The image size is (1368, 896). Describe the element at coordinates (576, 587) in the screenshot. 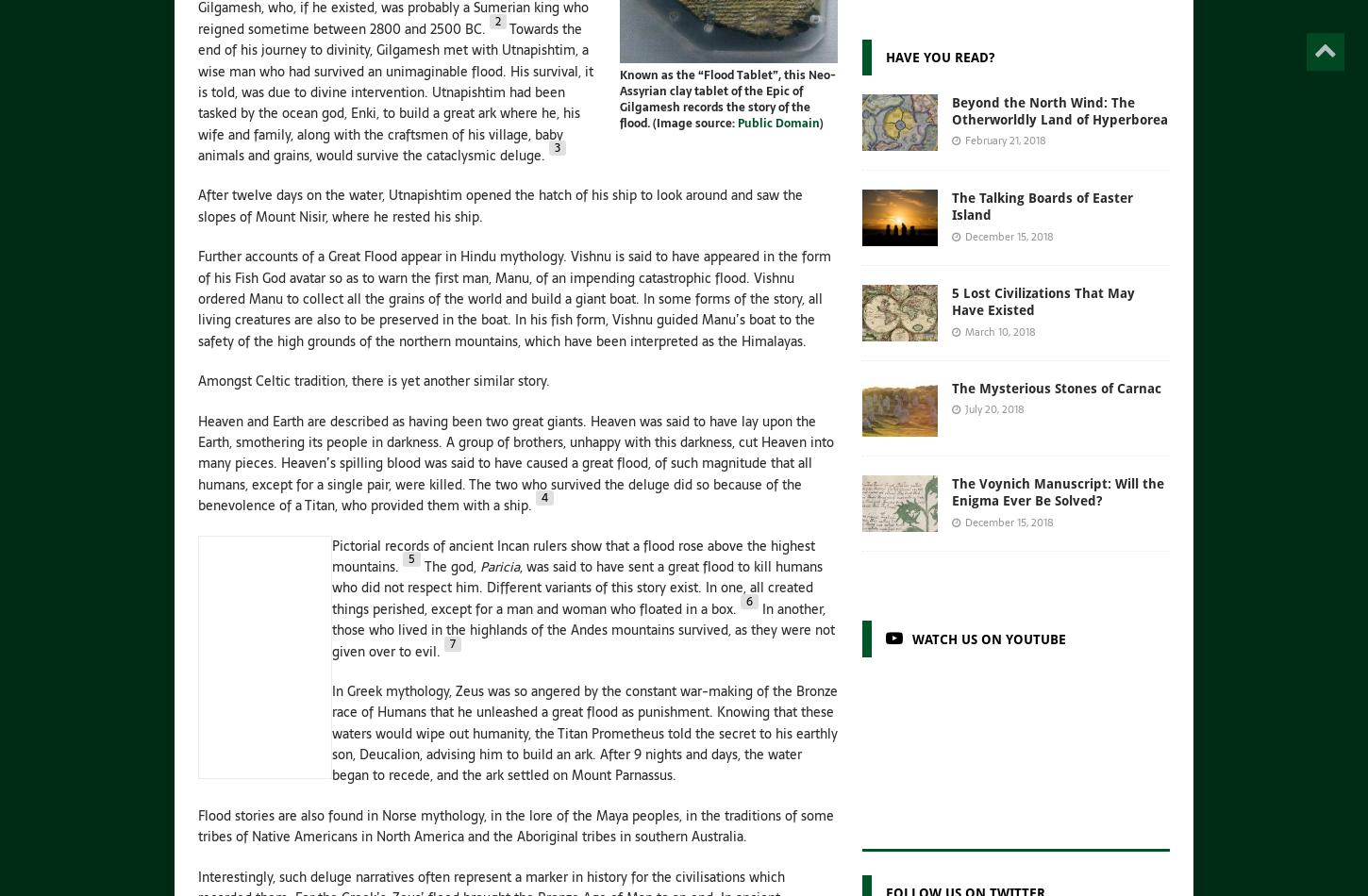

I see `', was said to have sent a great flood to kill humans who did not respect him. Different variants of this story exist. In one, all created things perished, except for a man and woman who floated in a box.'` at that location.